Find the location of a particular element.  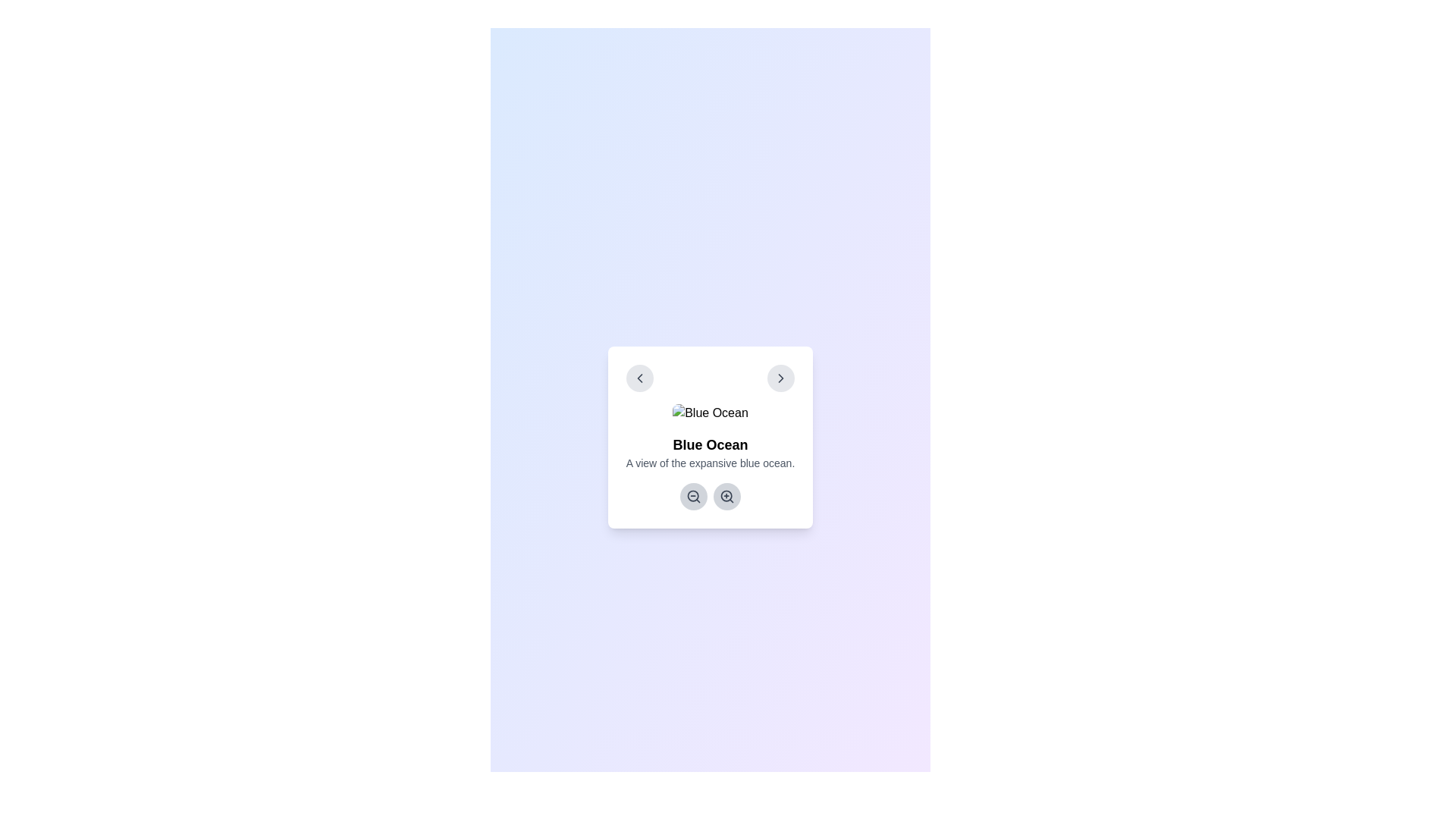

the circular zoom-in button with a gray background and a magnifying glass icon, positioned centrally at the bottom of the card interface is located at coordinates (726, 497).